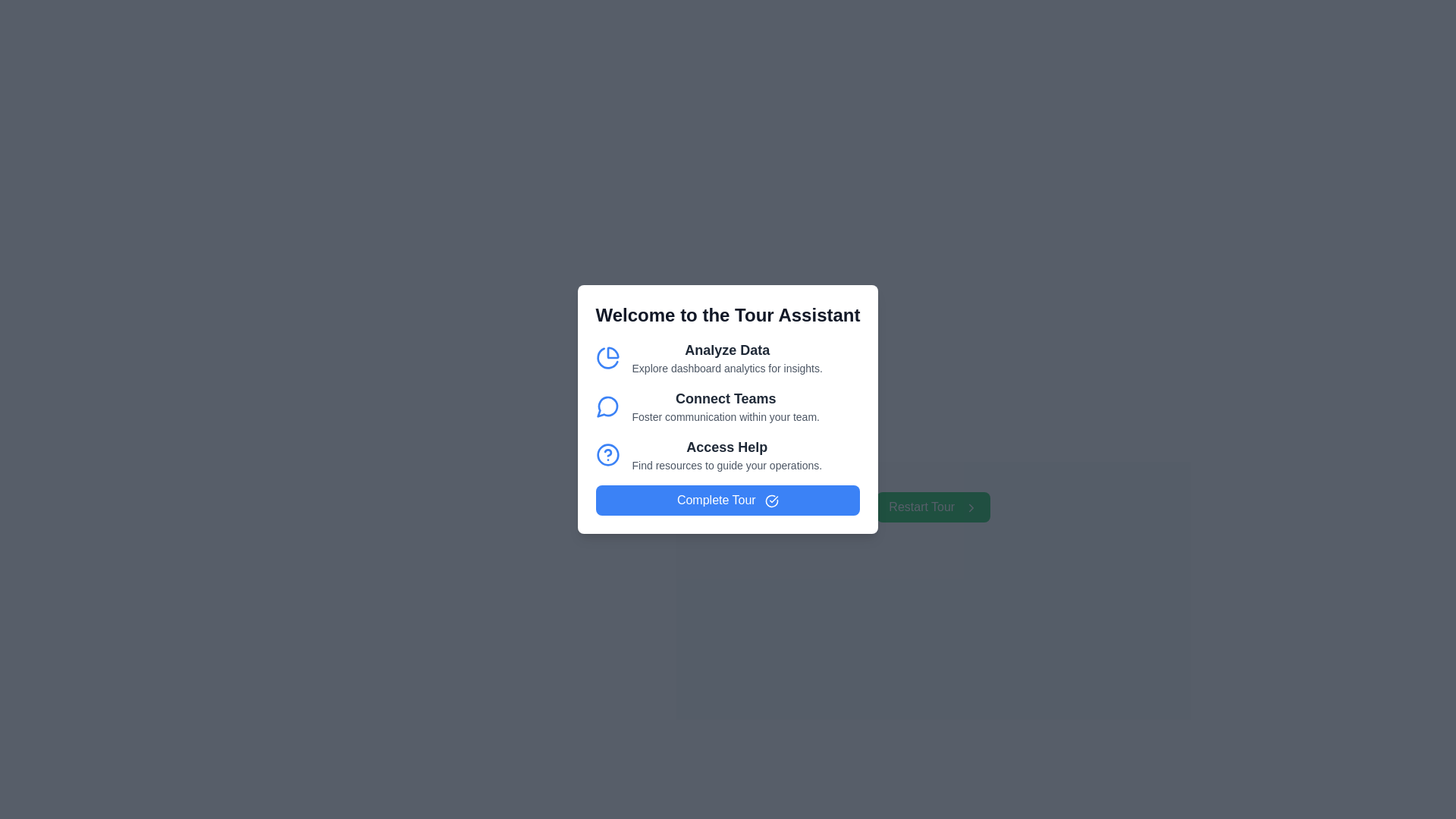  I want to click on the green 'Restart Tour' button with rounded corners and white text, so click(932, 507).